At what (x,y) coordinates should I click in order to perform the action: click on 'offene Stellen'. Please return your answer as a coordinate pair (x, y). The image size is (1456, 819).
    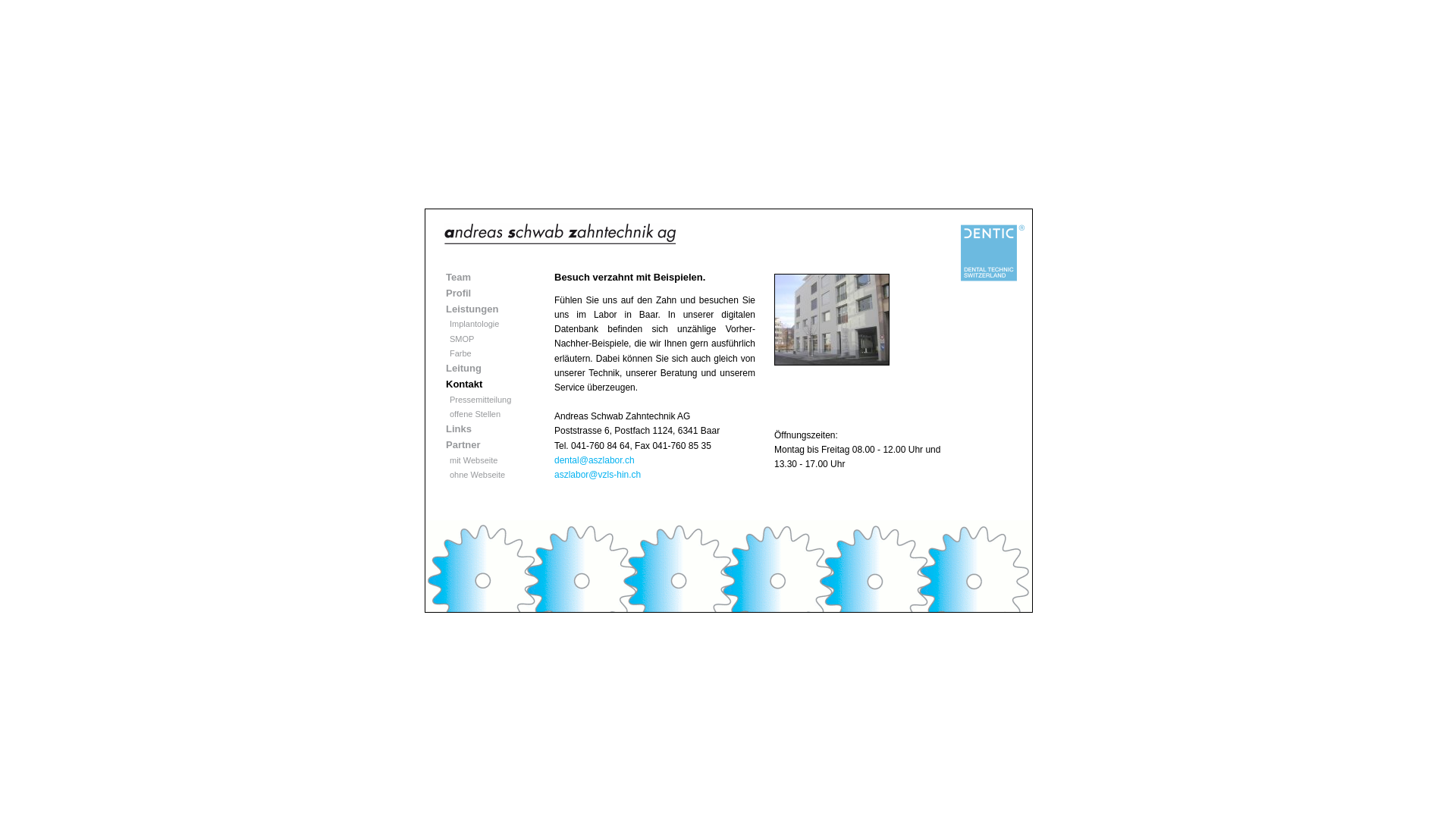
    Looking at the image, I should click on (474, 414).